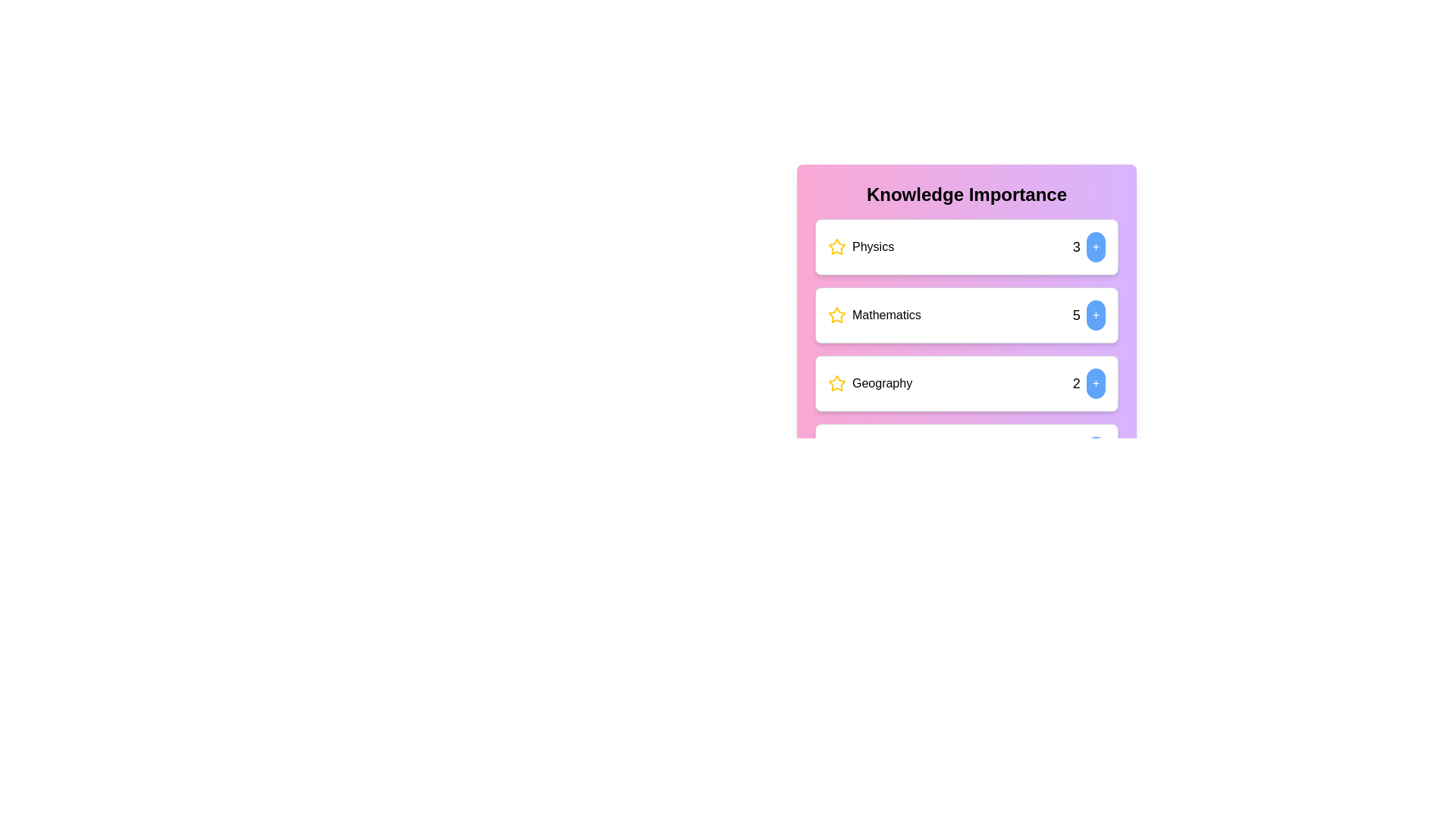 The width and height of the screenshot is (1456, 819). I want to click on '+' button for the Geography knowledge area, so click(1096, 382).